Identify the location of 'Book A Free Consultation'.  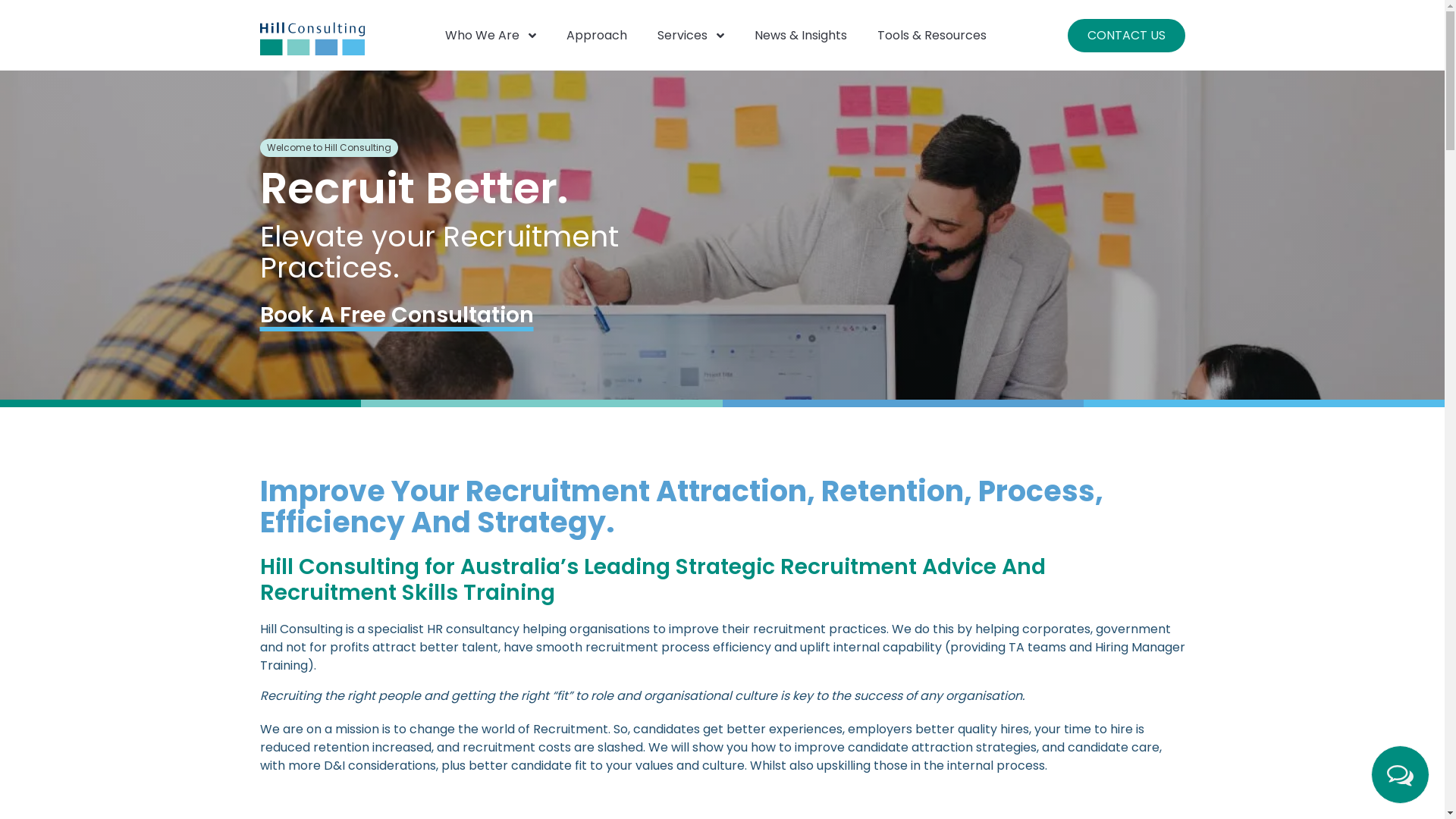
(396, 314).